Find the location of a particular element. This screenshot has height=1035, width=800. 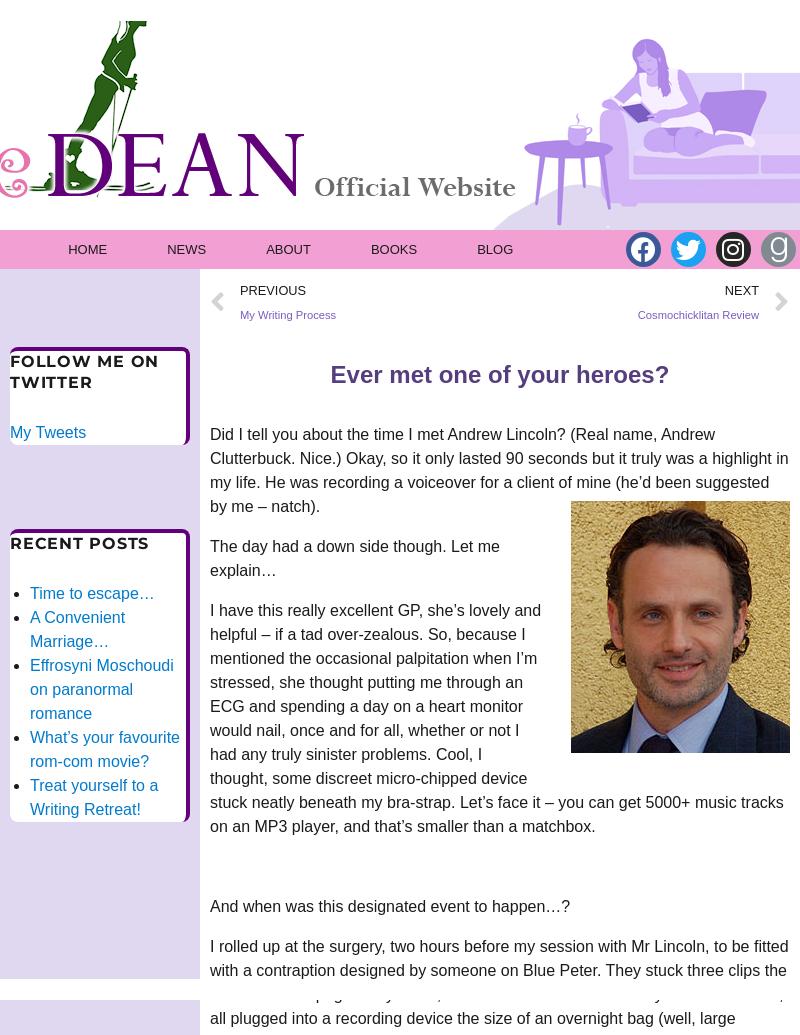

'Did I tell you about the time I met Andrew Lincoln? (Real name, Andrew Clutterbuck. Nice.) Okay, so it only lasted 90 seconds but it truly was a highlight in my life. He was recording a voiceover for a client of mine (he’d been suggested by me – natch).' is located at coordinates (499, 470).